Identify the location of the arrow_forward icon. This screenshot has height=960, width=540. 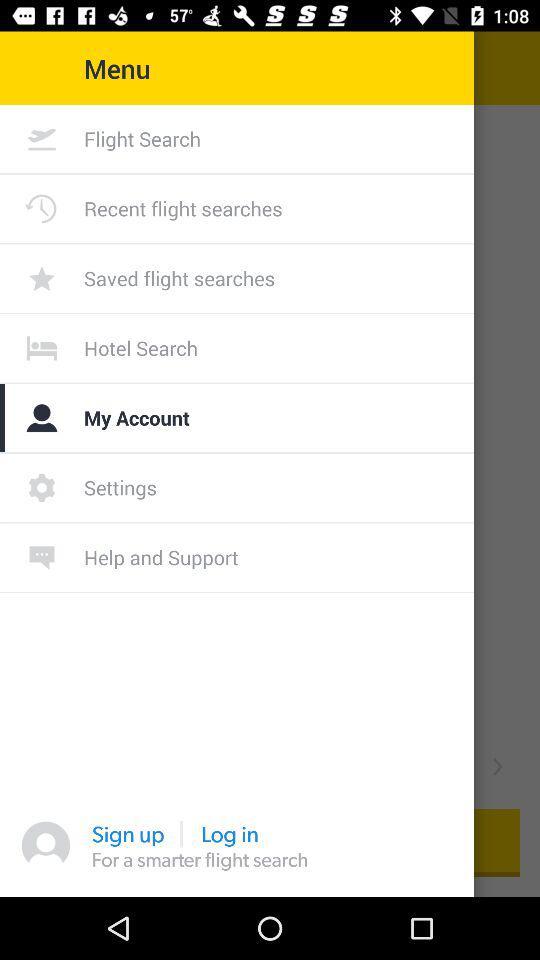
(496, 765).